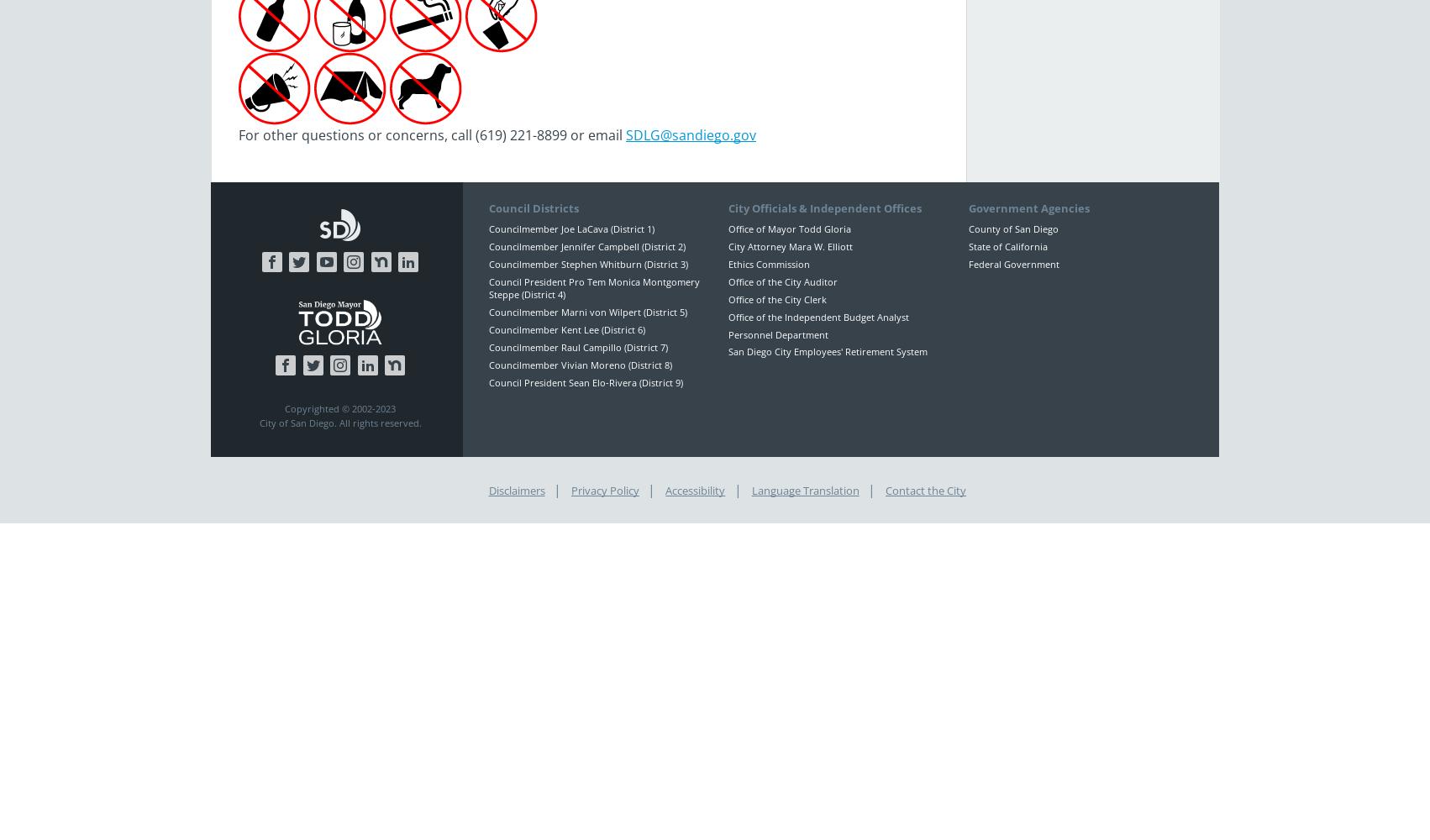  Describe the element at coordinates (340, 407) in the screenshot. I see `'Copyrighted © 2002-2023'` at that location.